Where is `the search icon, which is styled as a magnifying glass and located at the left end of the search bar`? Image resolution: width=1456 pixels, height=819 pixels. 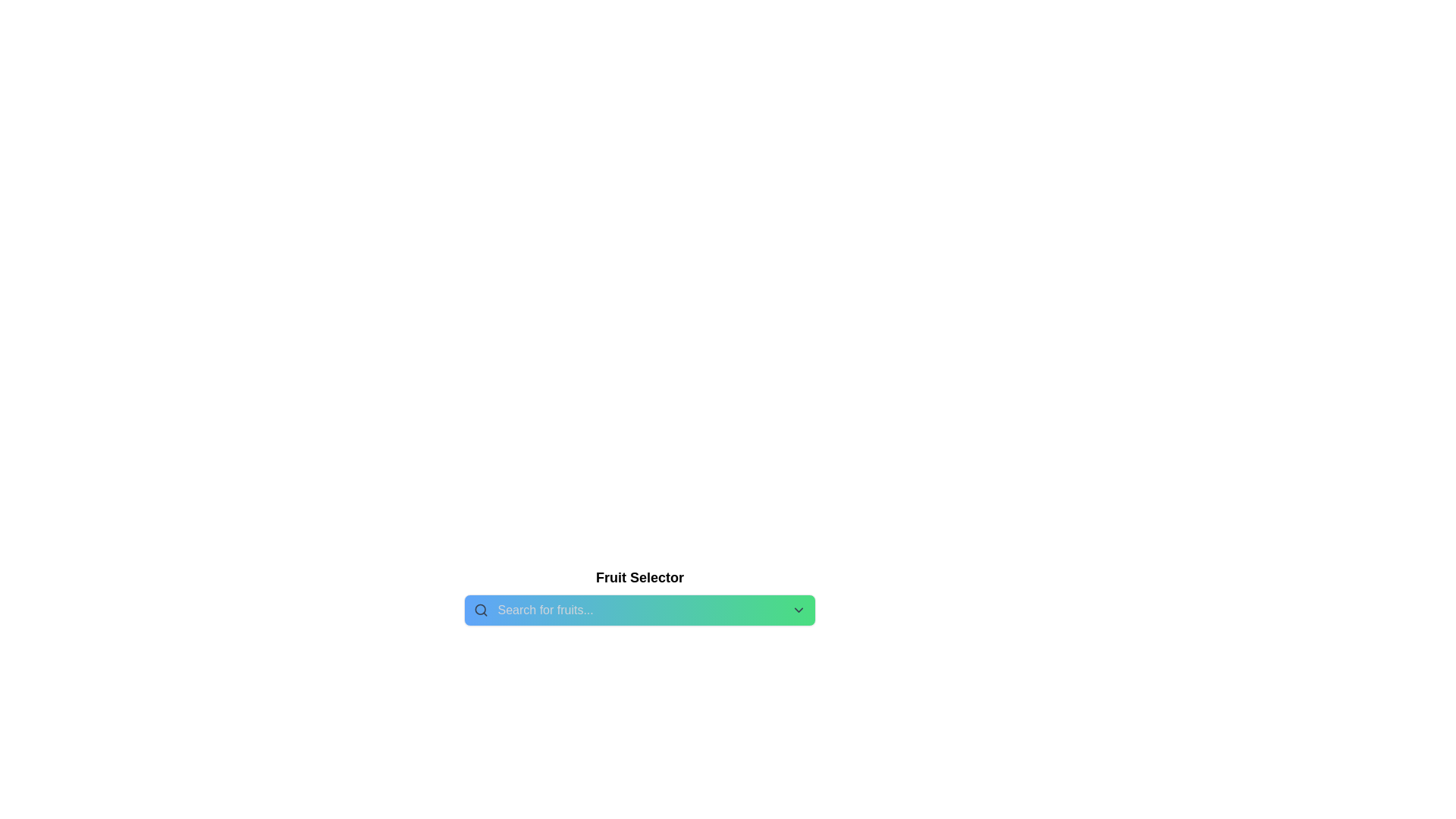 the search icon, which is styled as a magnifying glass and located at the left end of the search bar is located at coordinates (480, 610).